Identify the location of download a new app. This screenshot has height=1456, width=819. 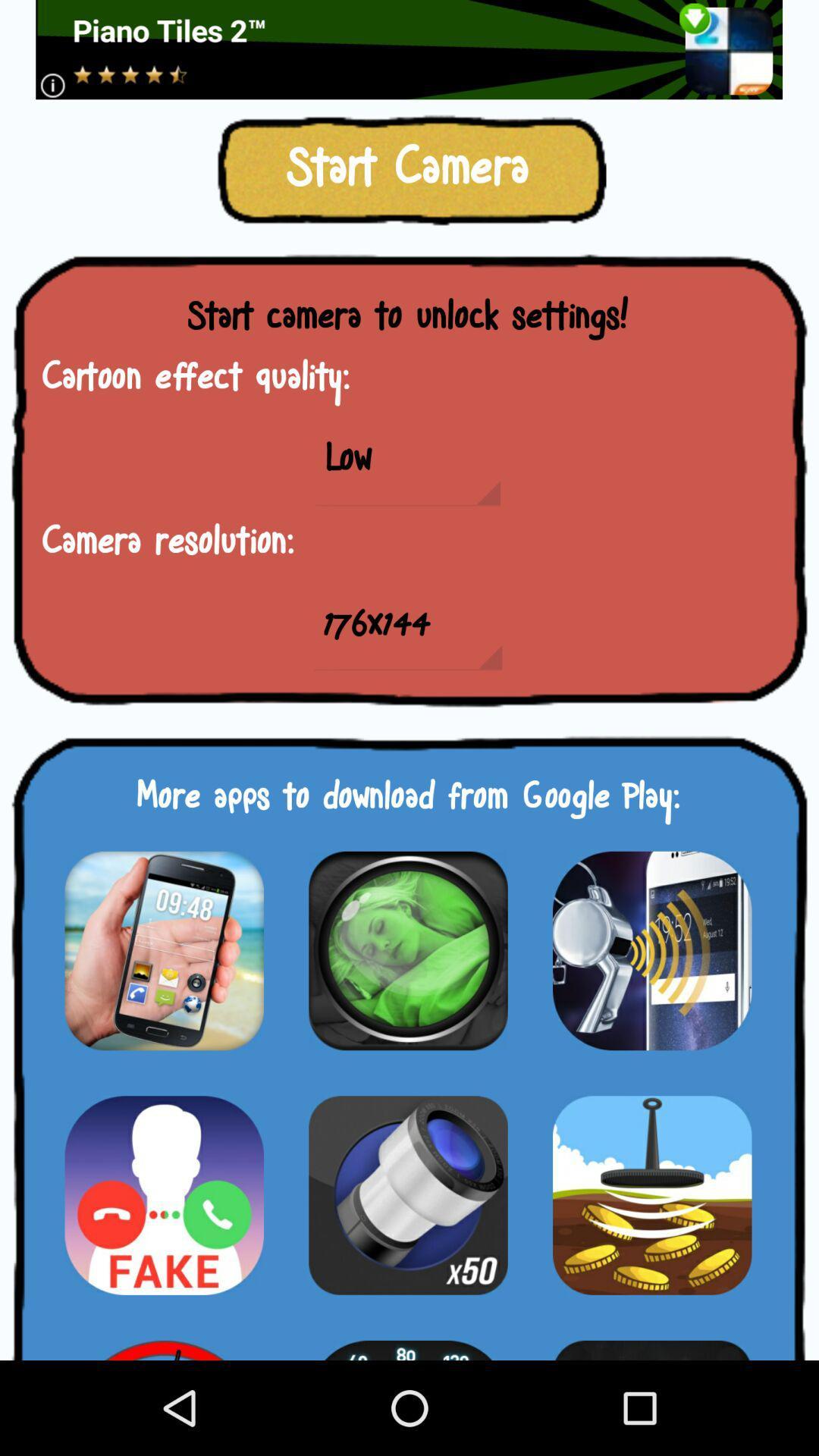
(164, 1194).